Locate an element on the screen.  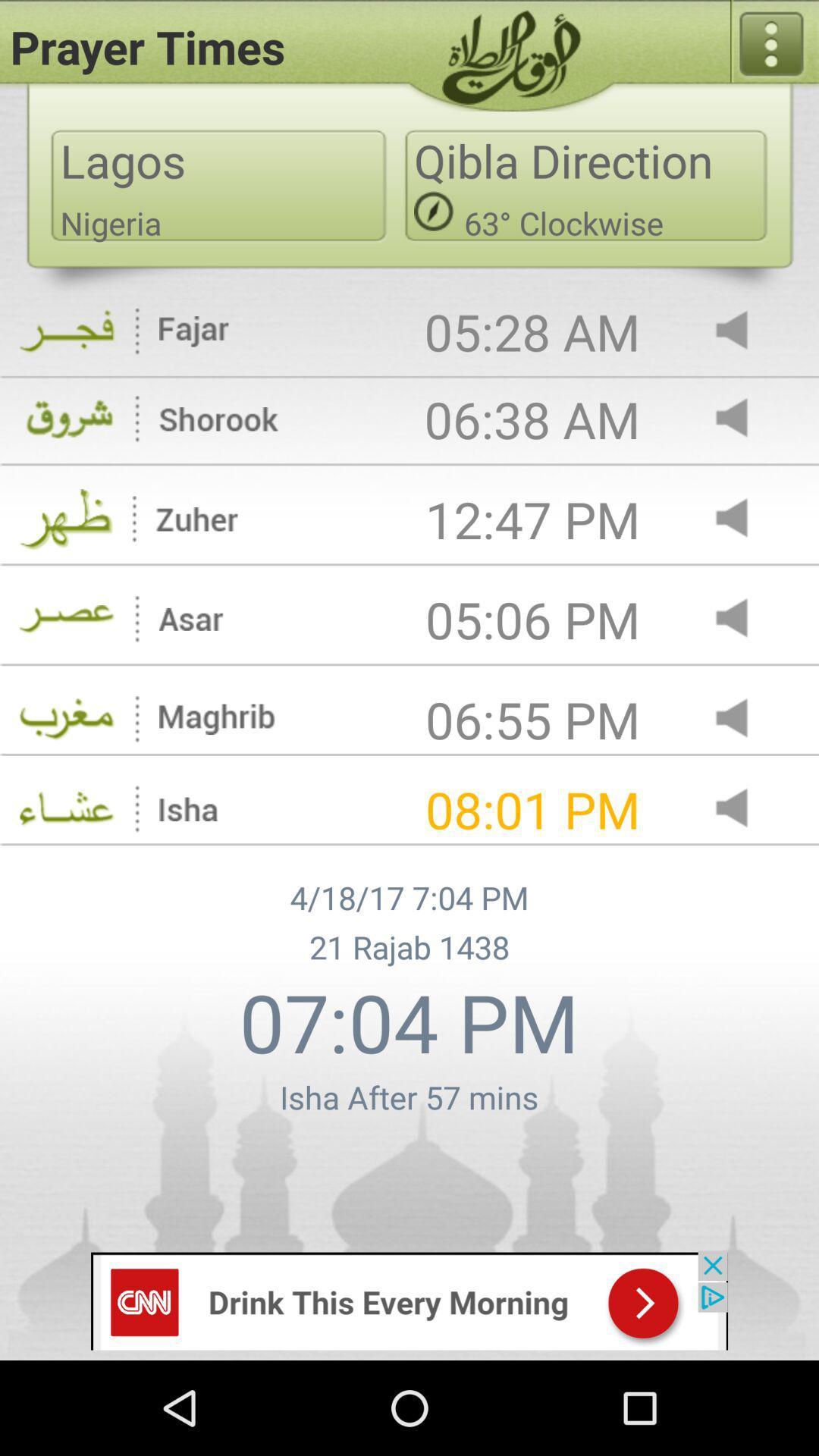
volume option is located at coordinates (744, 808).